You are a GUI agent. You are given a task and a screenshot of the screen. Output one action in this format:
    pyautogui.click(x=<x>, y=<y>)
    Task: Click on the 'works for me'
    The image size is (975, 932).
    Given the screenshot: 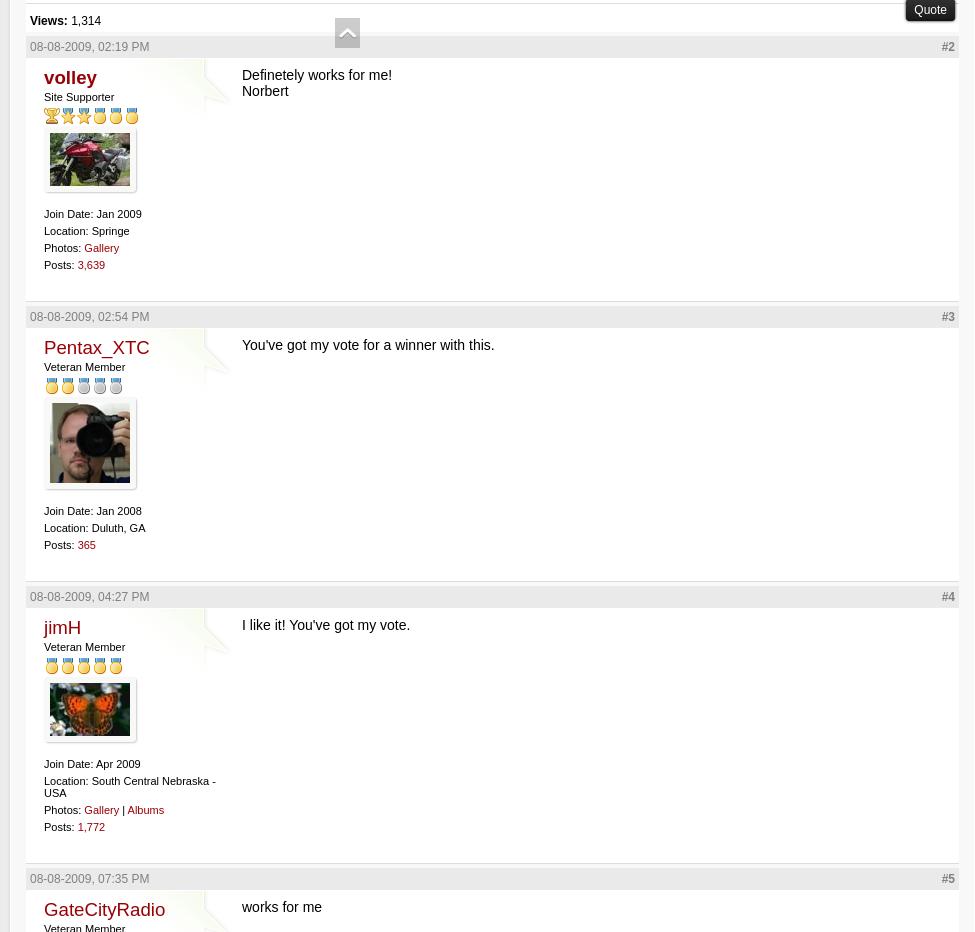 What is the action you would take?
    pyautogui.click(x=281, y=907)
    